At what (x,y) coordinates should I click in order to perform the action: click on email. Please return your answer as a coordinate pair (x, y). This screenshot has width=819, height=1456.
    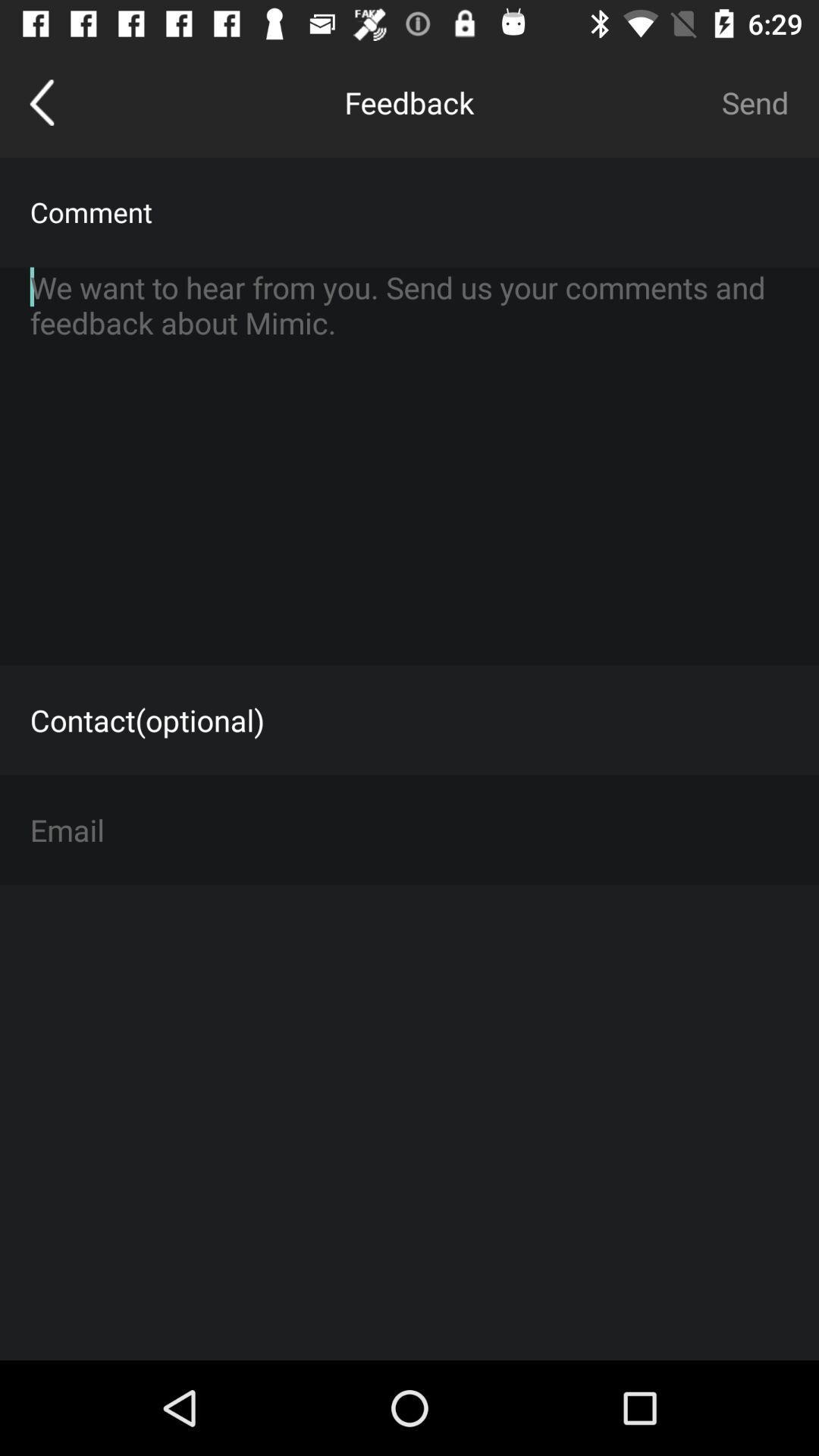
    Looking at the image, I should click on (409, 829).